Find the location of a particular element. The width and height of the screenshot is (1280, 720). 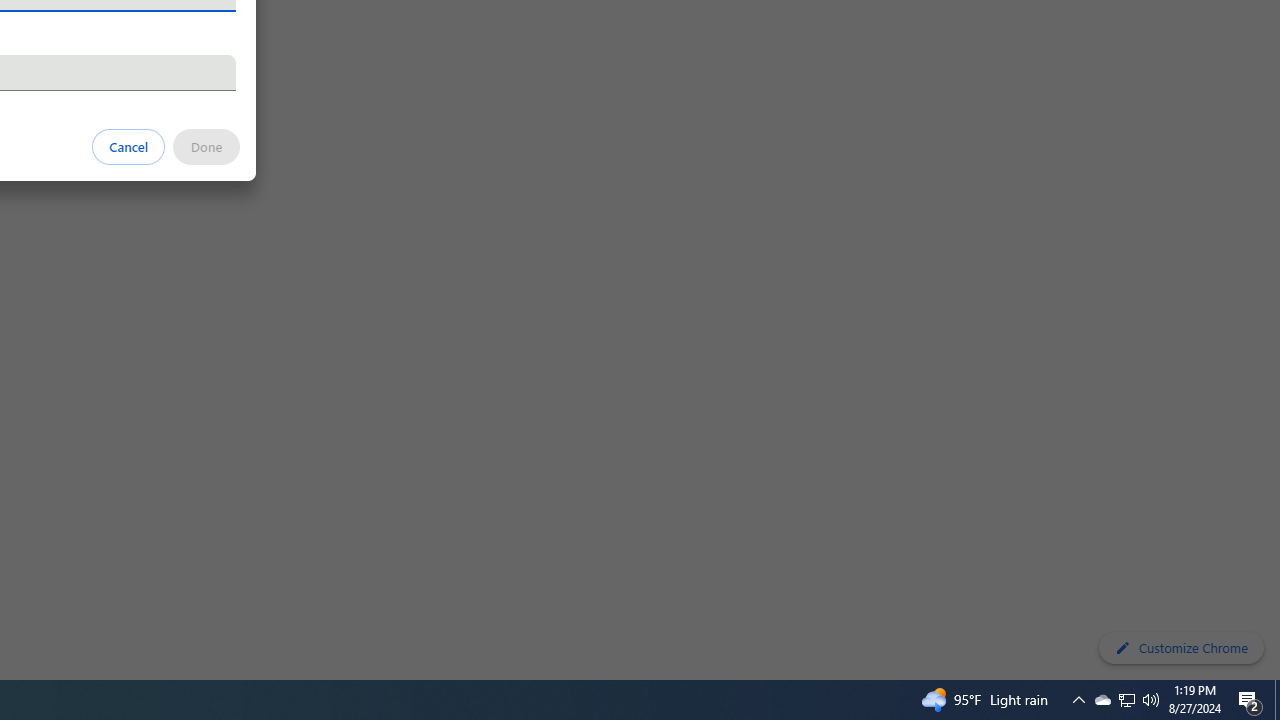

'Cancel' is located at coordinates (128, 145).